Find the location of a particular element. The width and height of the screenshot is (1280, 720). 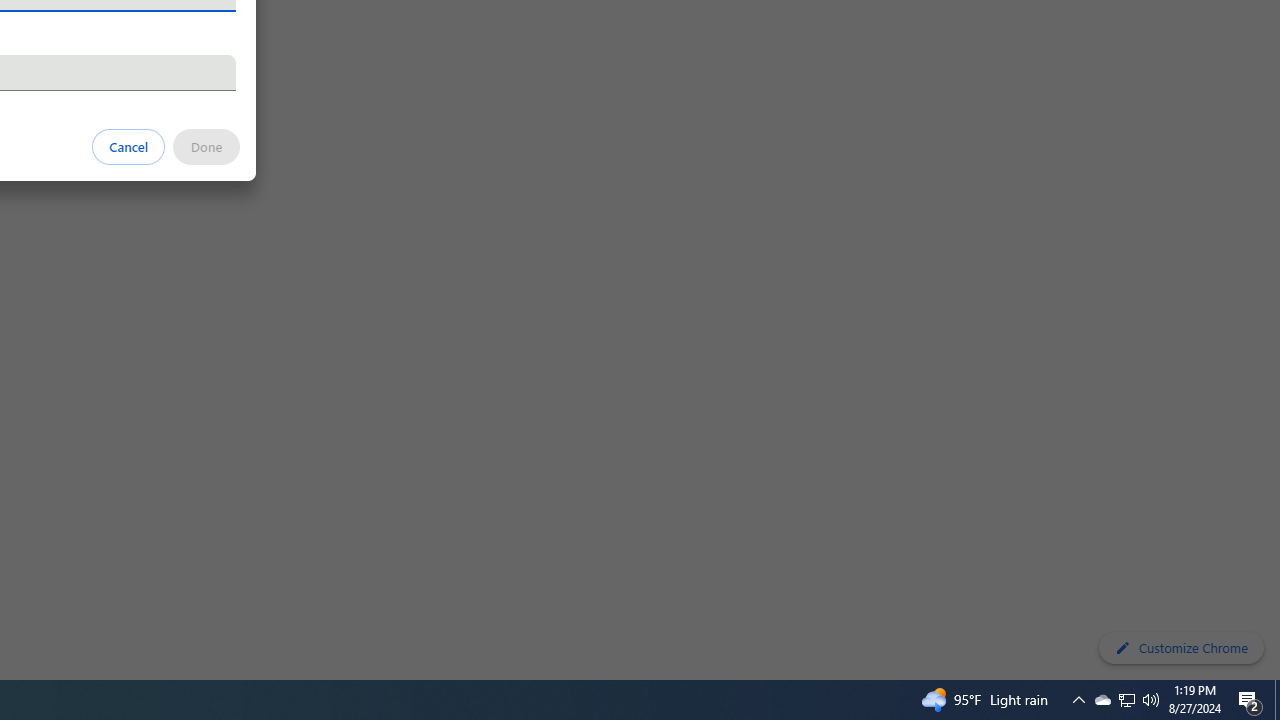

'Cancel' is located at coordinates (128, 145).